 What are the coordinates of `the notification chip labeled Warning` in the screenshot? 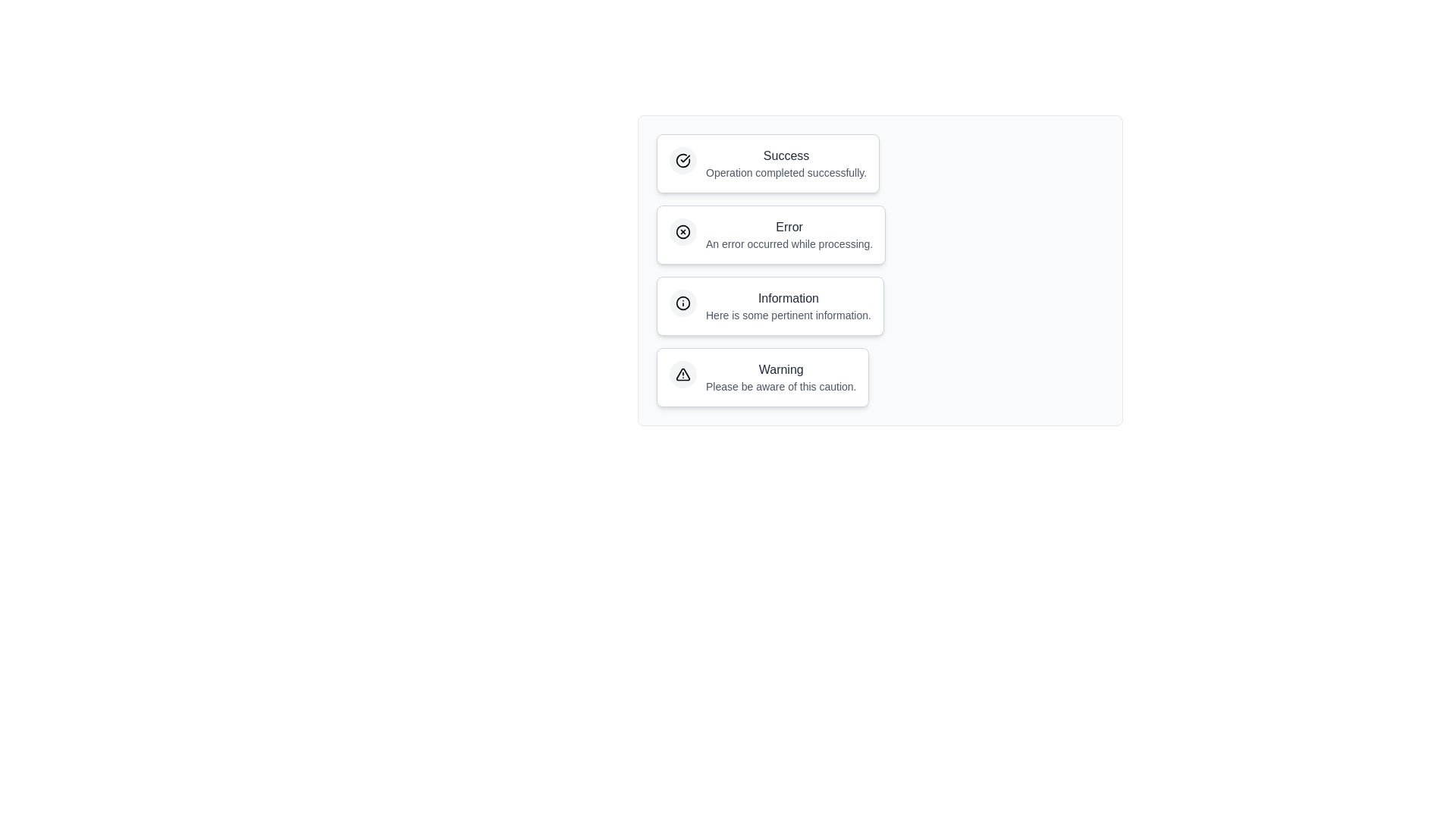 It's located at (763, 376).